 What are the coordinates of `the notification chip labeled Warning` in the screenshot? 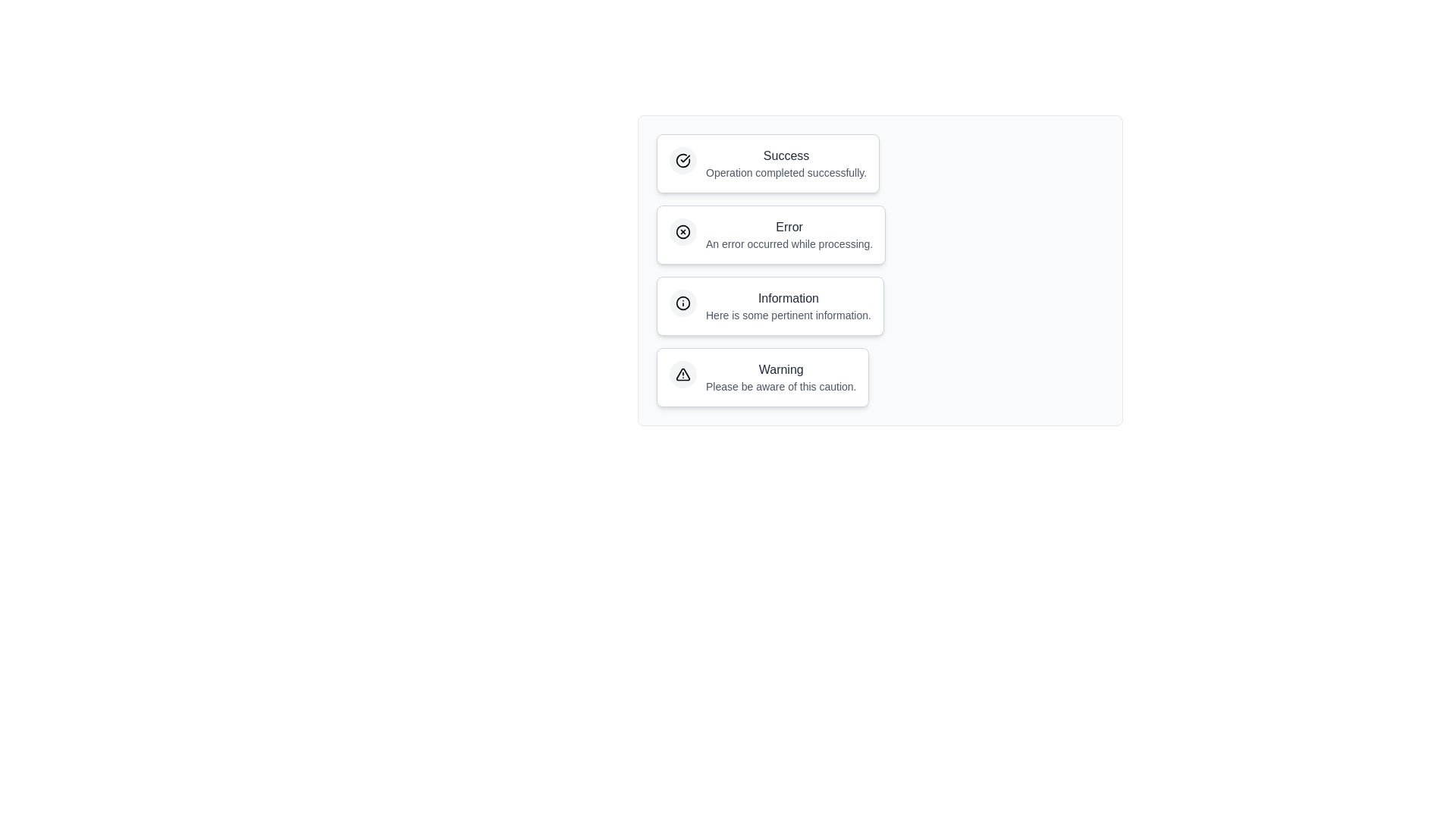 It's located at (763, 376).